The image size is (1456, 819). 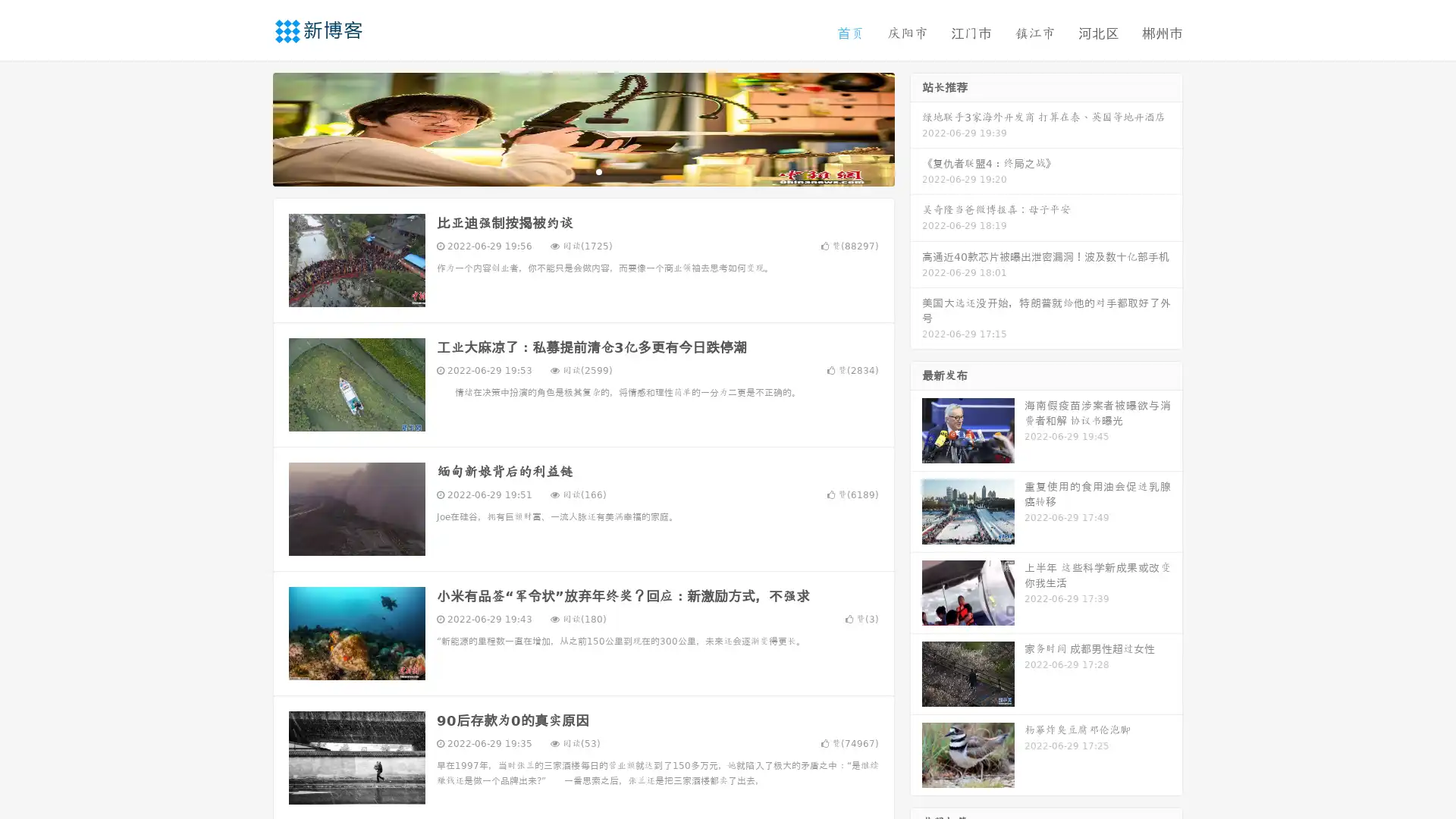 What do you see at coordinates (567, 171) in the screenshot?
I see `Go to slide 1` at bounding box center [567, 171].